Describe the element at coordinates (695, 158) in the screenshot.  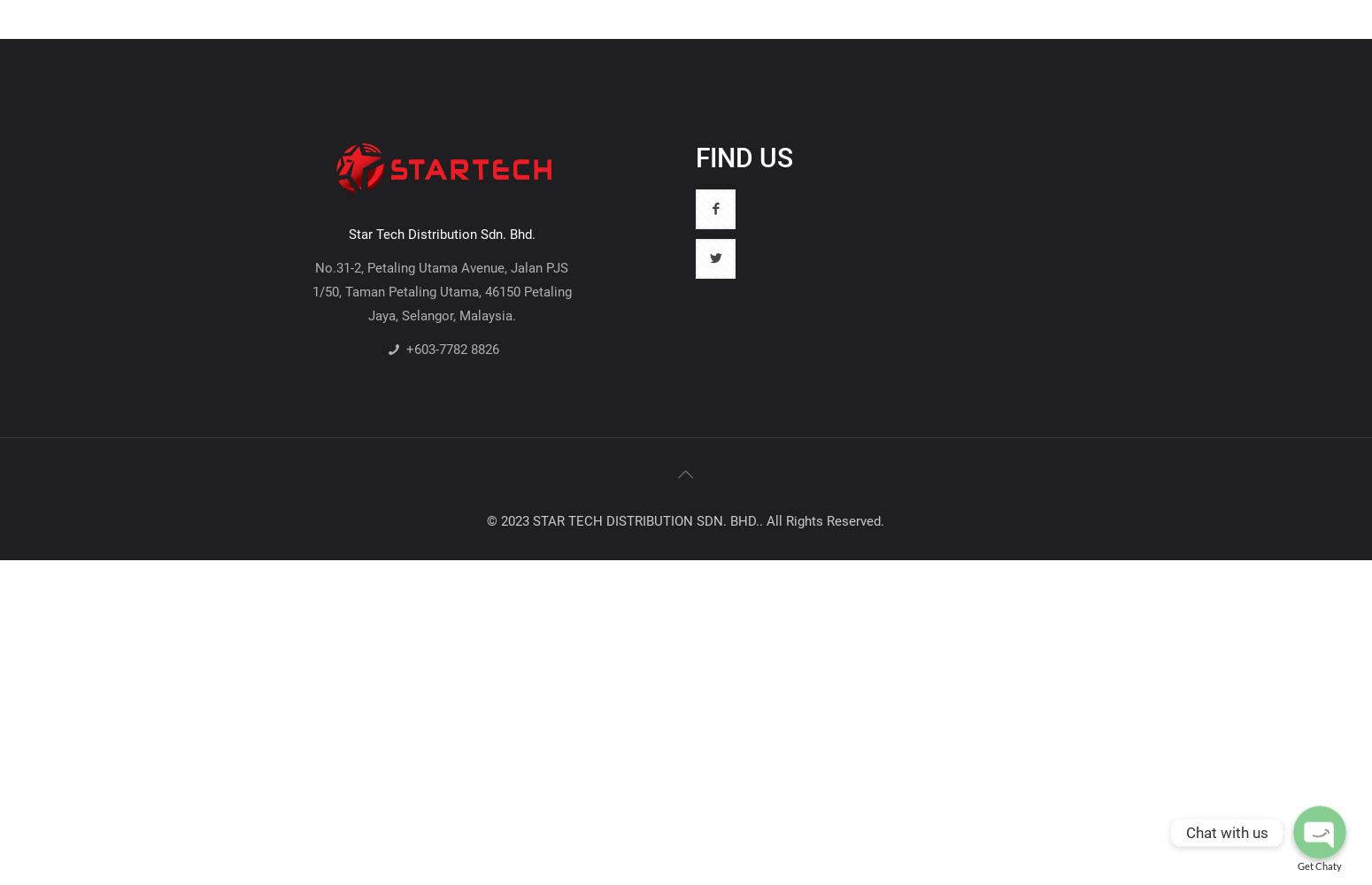
I see `'FIND US'` at that location.